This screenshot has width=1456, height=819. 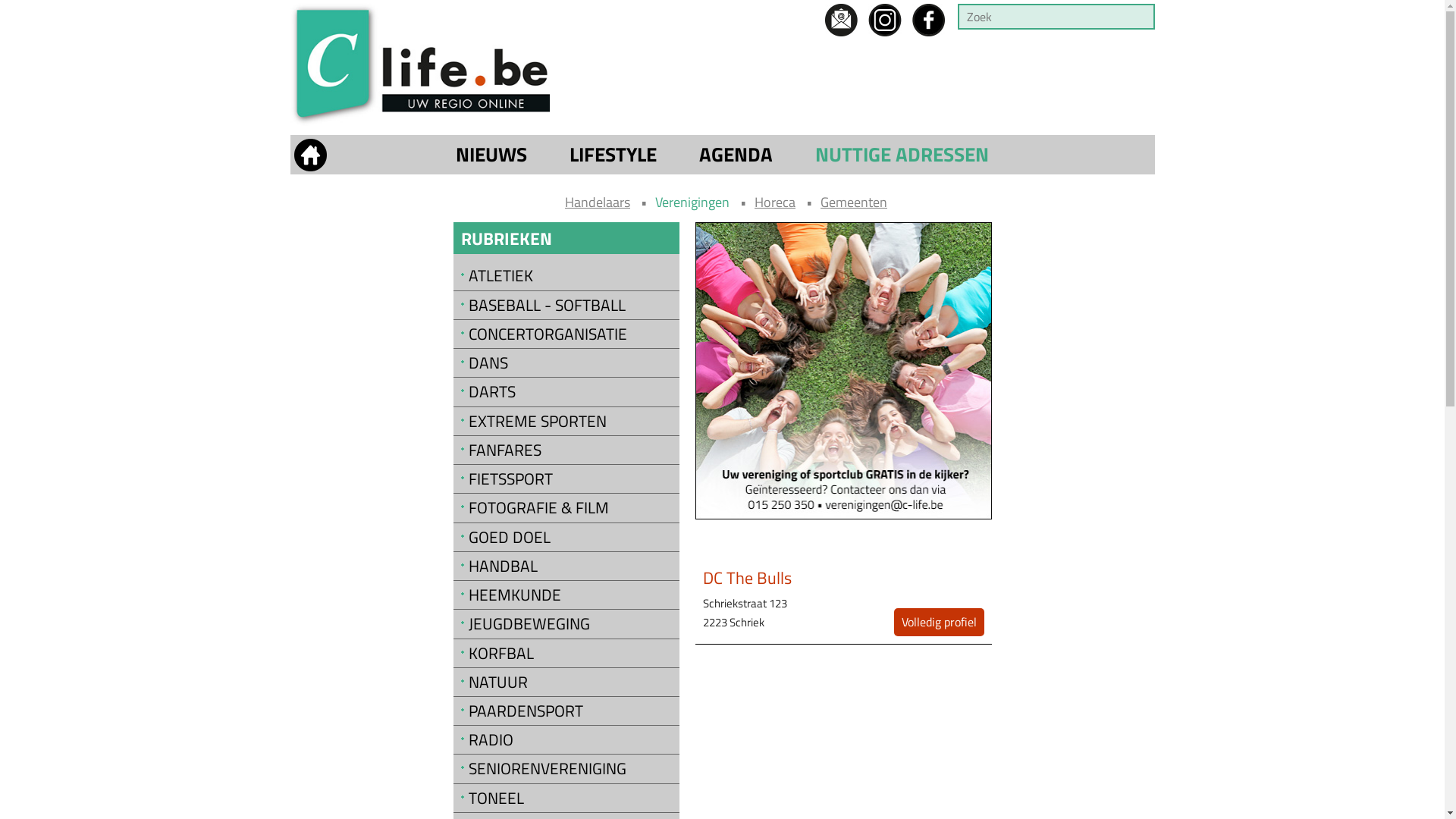 What do you see at coordinates (460, 362) in the screenshot?
I see `'DANS'` at bounding box center [460, 362].